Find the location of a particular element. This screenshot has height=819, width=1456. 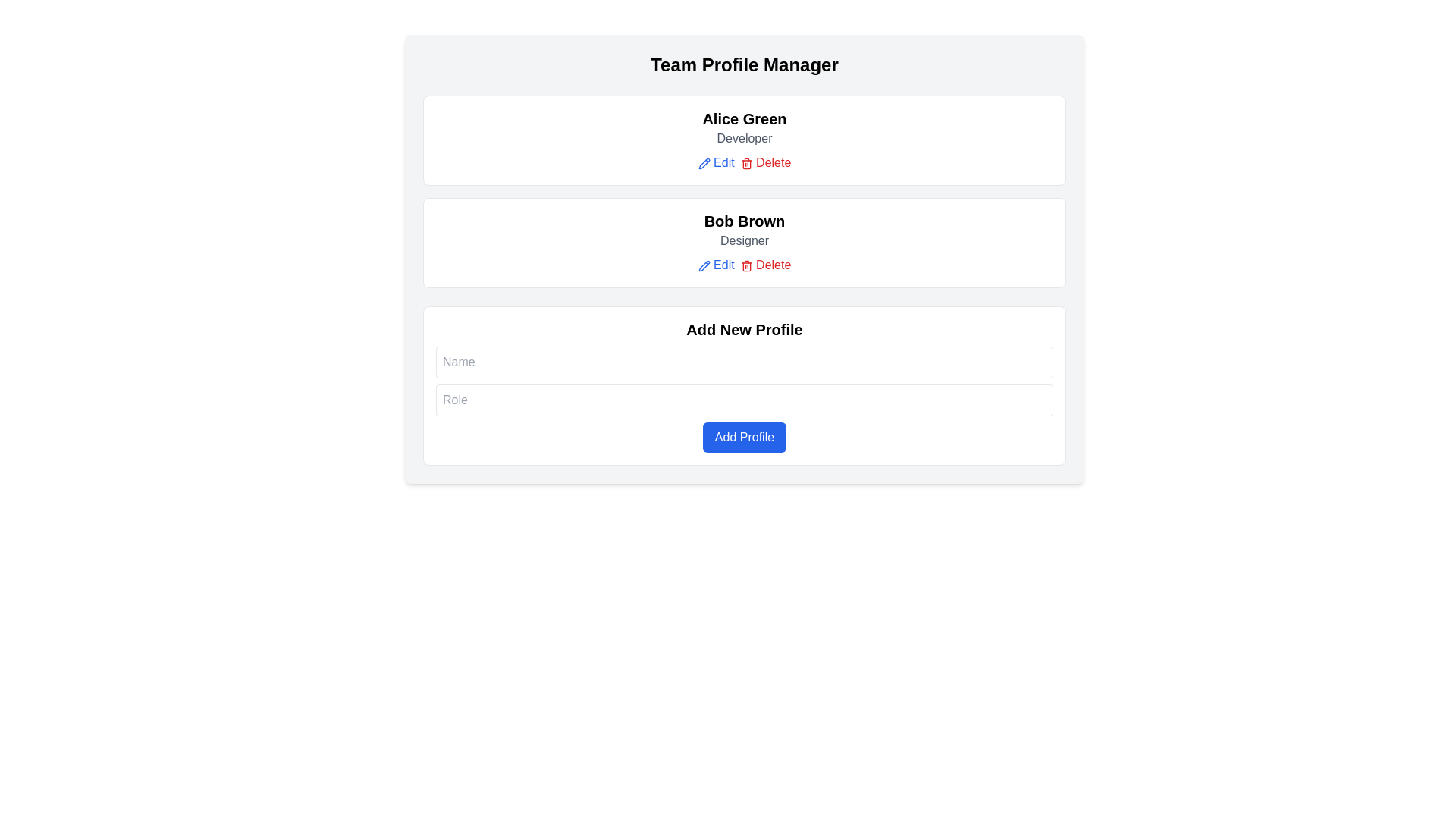

the delete icon located to the right of the 'Edit' link in Alice Green's profile card is located at coordinates (746, 163).